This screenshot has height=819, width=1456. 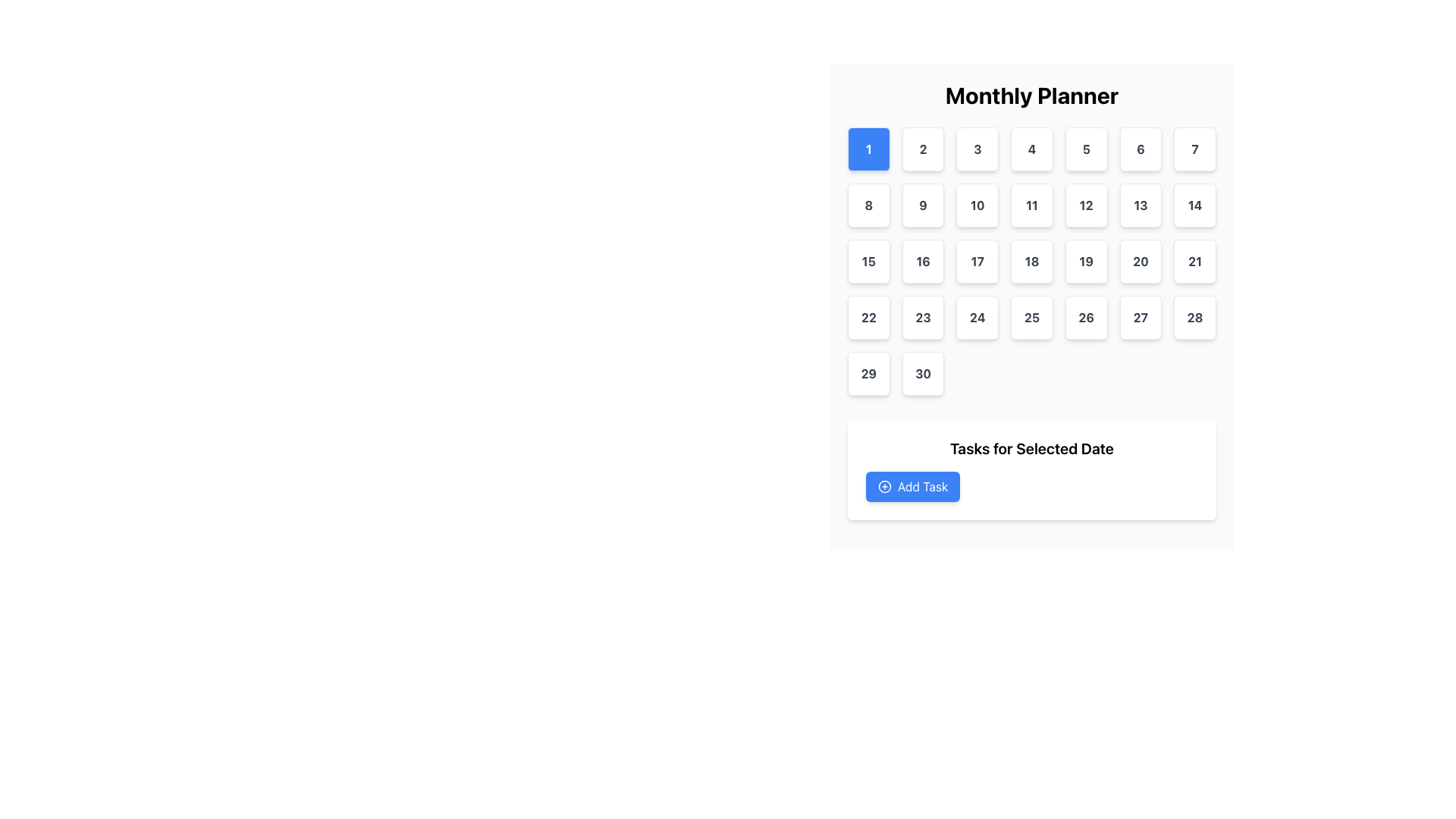 I want to click on the button representing the date 15 in the monthly planner calendar, so click(x=868, y=260).